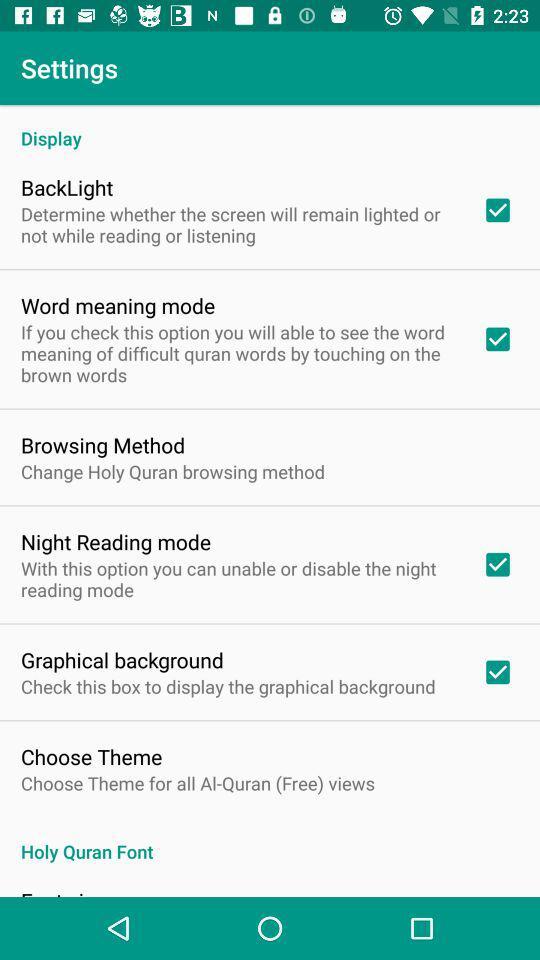  I want to click on if you check item, so click(238, 353).